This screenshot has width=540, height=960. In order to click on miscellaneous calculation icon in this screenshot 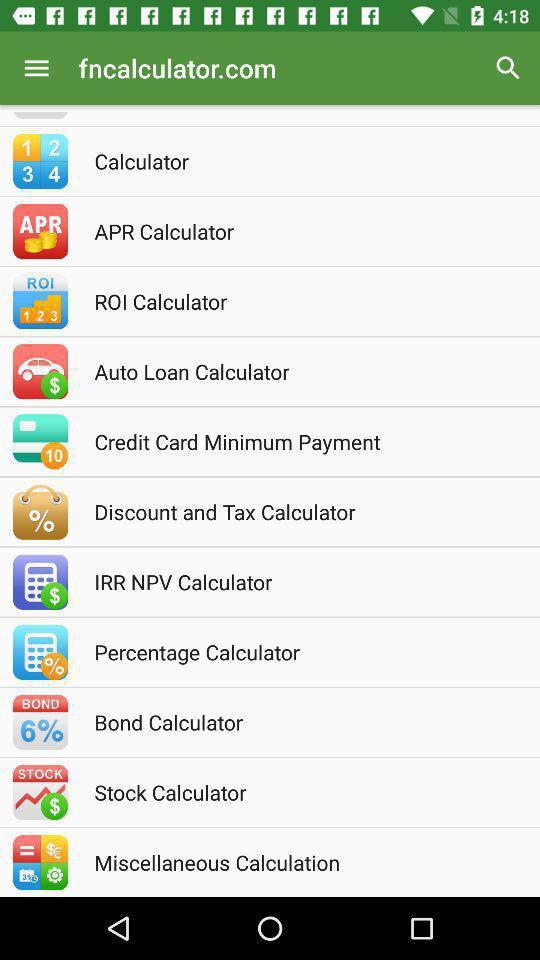, I will do `click(296, 861)`.